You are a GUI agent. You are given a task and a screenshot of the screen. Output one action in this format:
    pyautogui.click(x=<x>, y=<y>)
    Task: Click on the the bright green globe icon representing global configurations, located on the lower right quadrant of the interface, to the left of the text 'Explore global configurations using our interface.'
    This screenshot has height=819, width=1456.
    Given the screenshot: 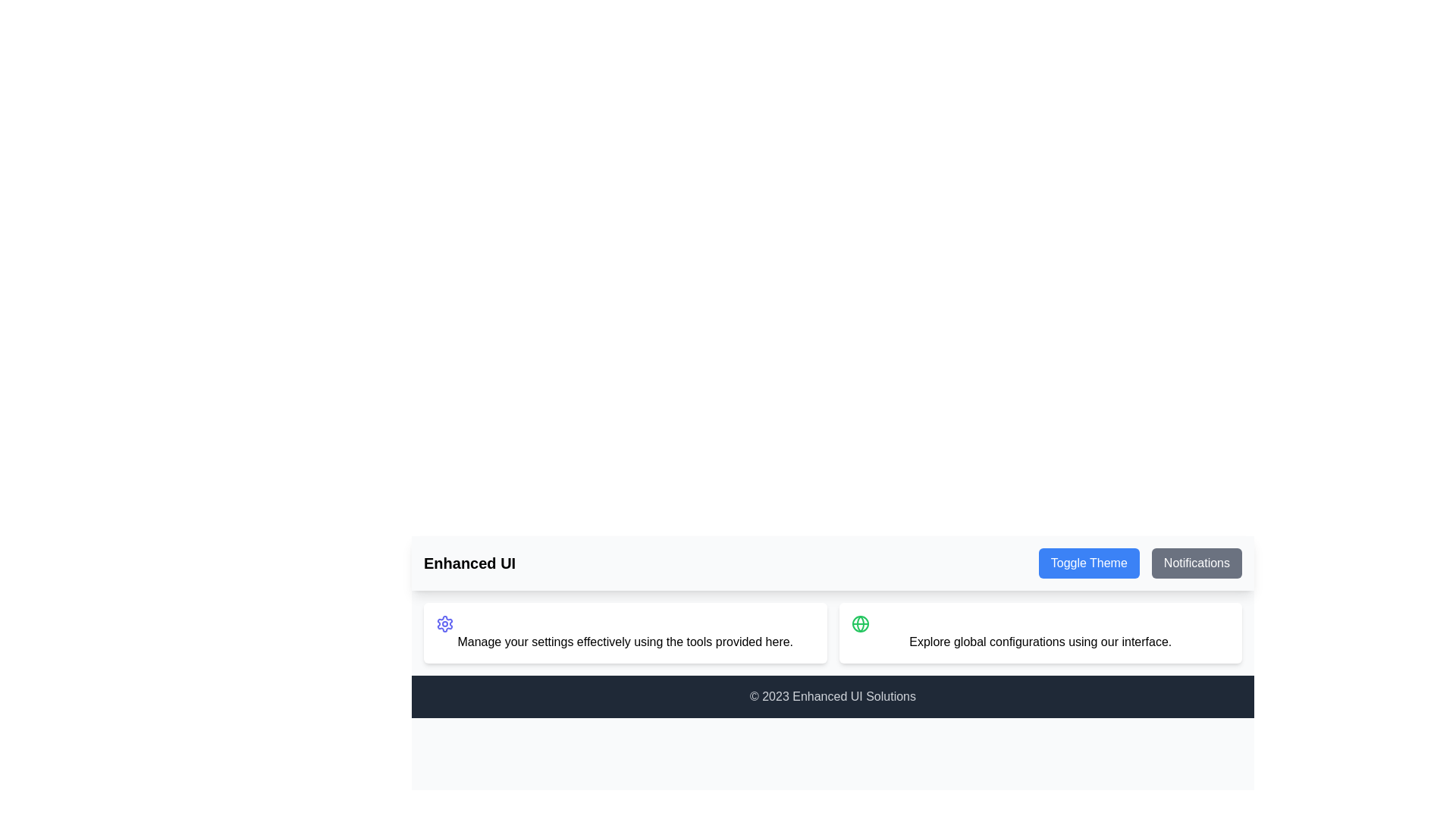 What is the action you would take?
    pyautogui.click(x=860, y=623)
    